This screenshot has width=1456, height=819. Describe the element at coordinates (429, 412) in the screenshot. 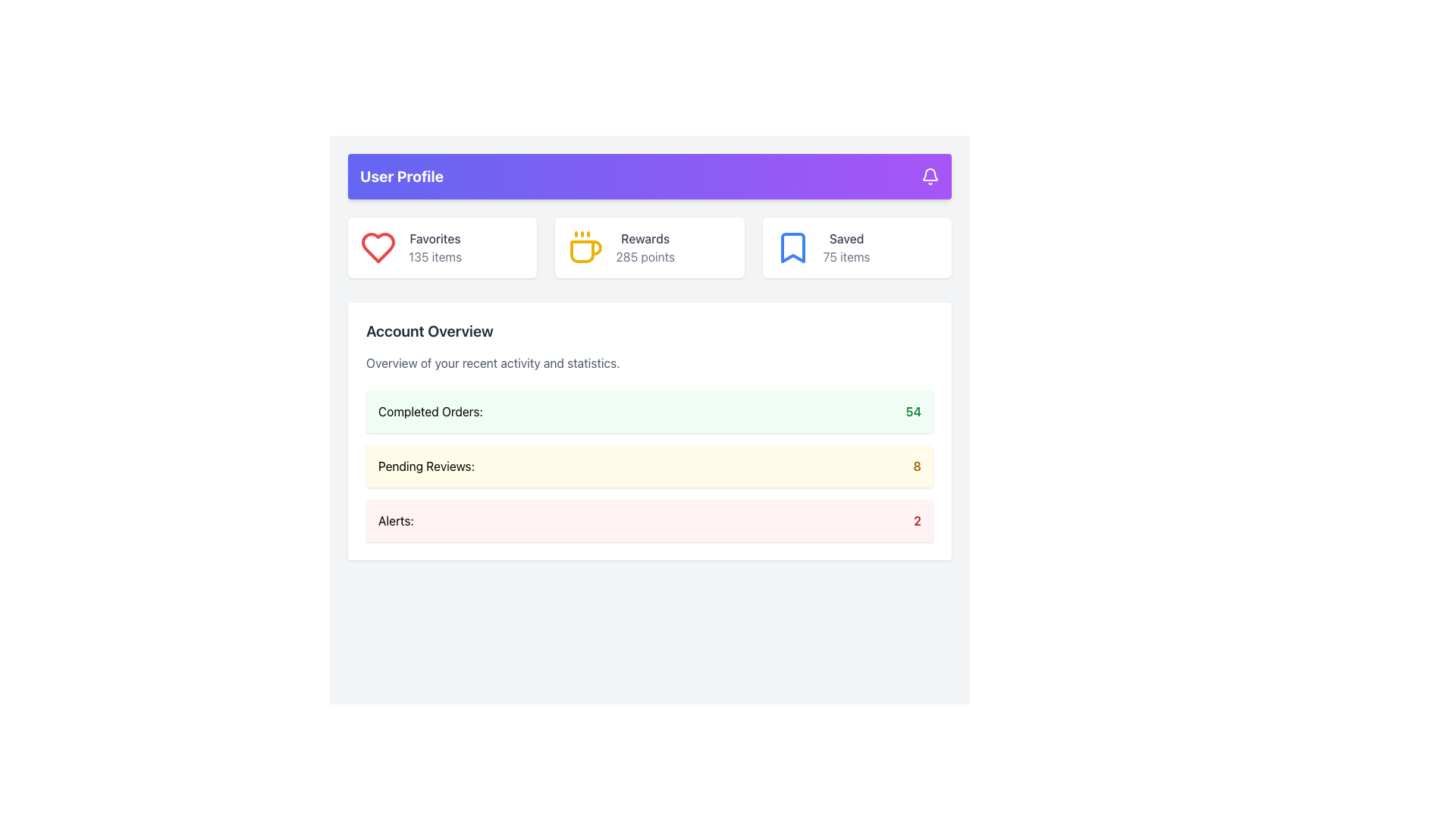

I see `static label displaying 'Completed Orders:' located in the top section of the green box in the 'Account Overview'` at that location.